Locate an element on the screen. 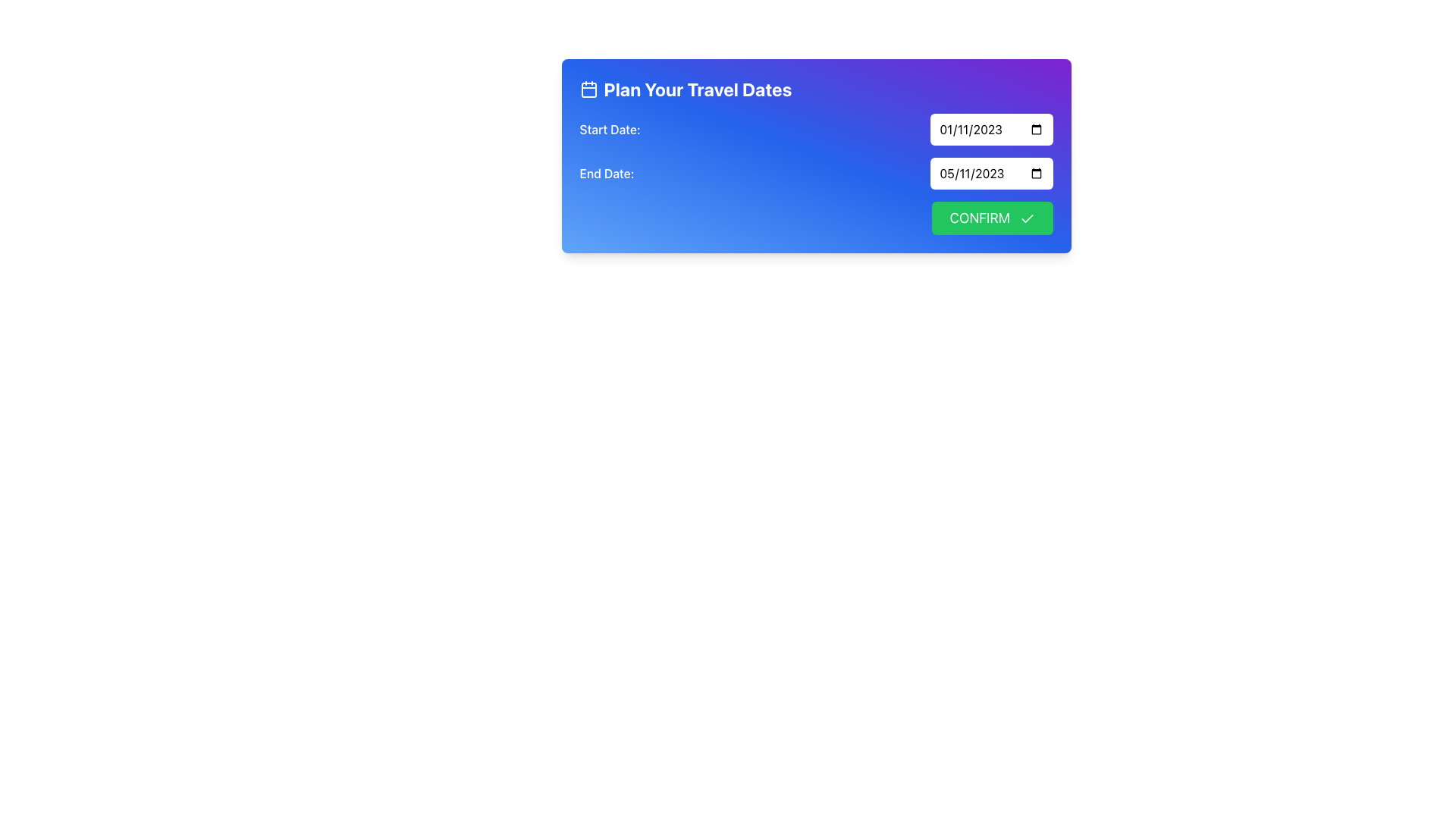  the Text Label that indicates the start date for the adjacent date input field, positioned in the upper-left corner of its blue gradient box is located at coordinates (610, 128).